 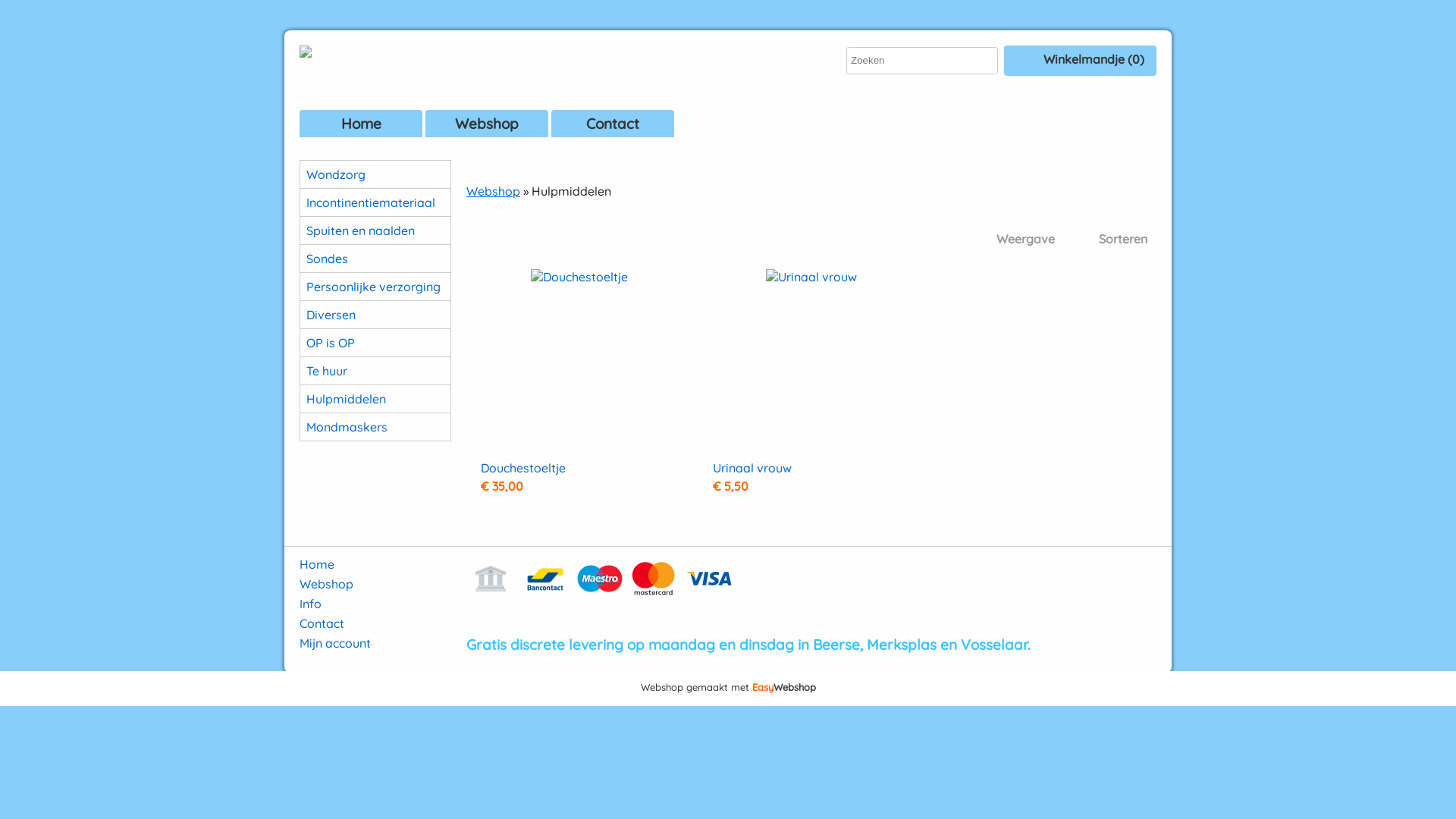 What do you see at coordinates (309, 602) in the screenshot?
I see `'Info'` at bounding box center [309, 602].